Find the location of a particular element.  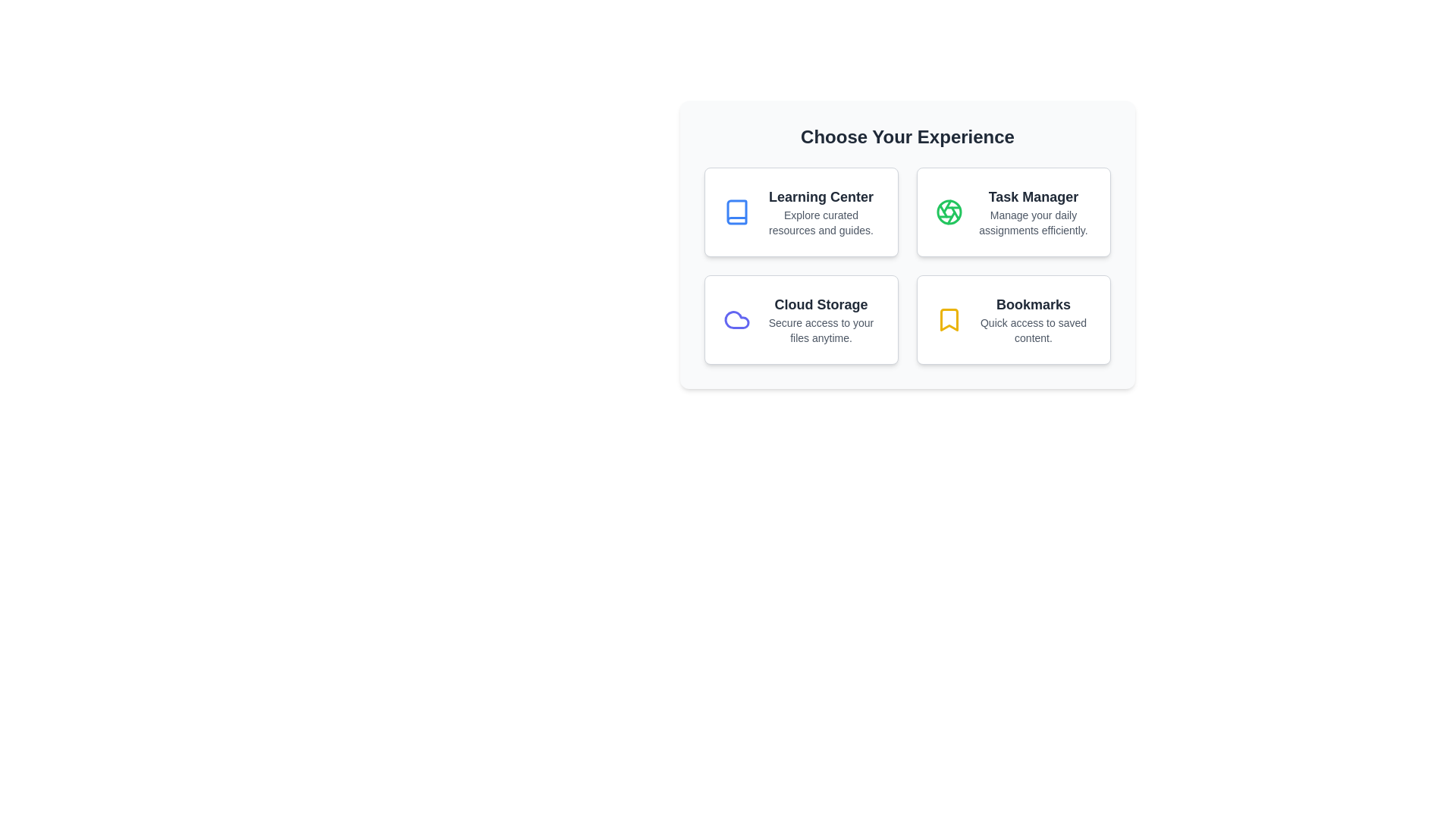

the cloud storage SVG icon located at the top-left corner of the 'Cloud Storage' card, which is positioned in the bottom-left quadrant of the grid under the heading 'Choose Your Experience' is located at coordinates (736, 318).